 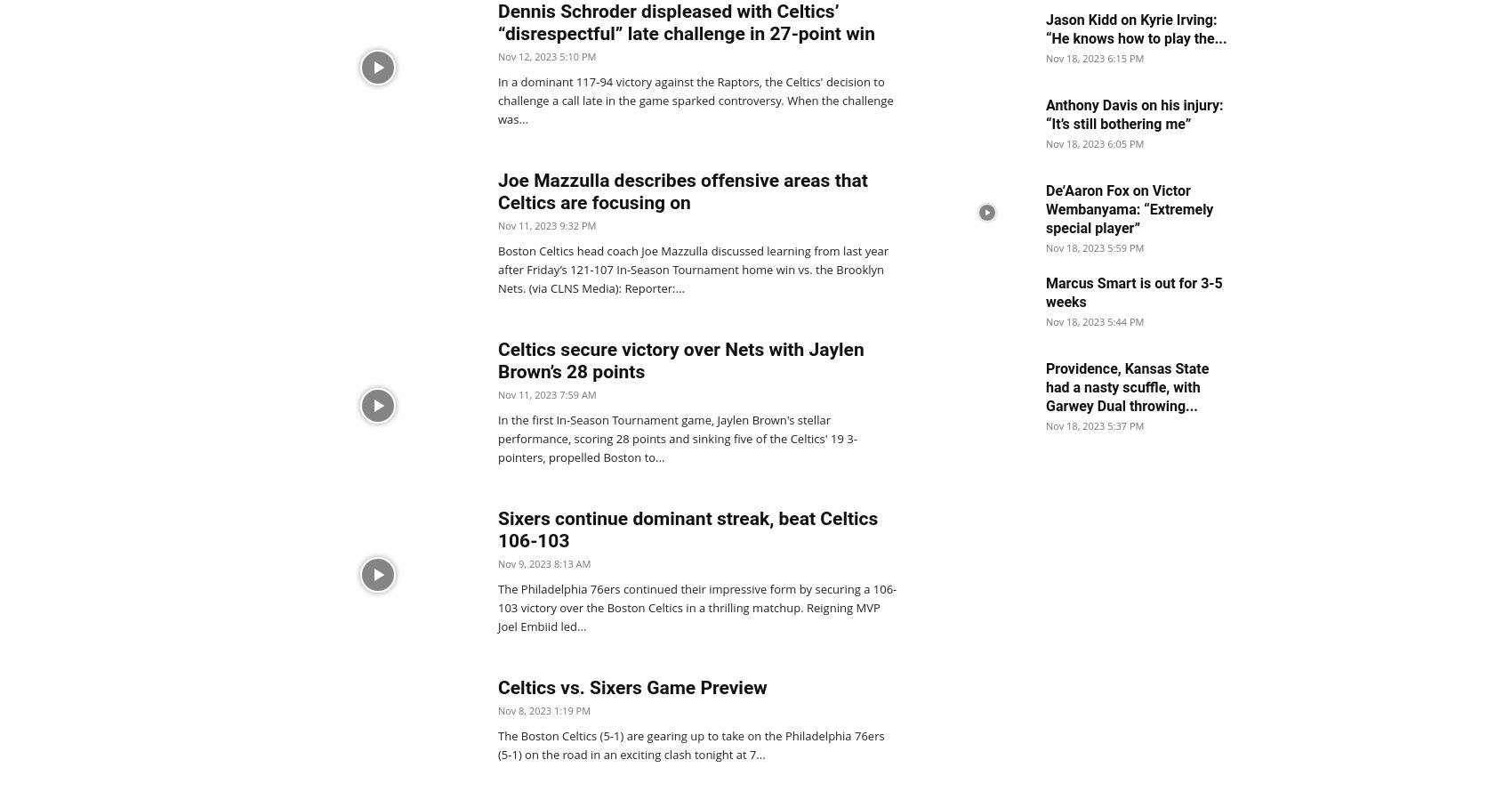 What do you see at coordinates (696, 606) in the screenshot?
I see `'The Philadelphia 76ers continued their impressive form by securing a 106-103 victory over the Boston Celtics in a thrilling matchup. Reigning MVP Joel Embiid led...'` at bounding box center [696, 606].